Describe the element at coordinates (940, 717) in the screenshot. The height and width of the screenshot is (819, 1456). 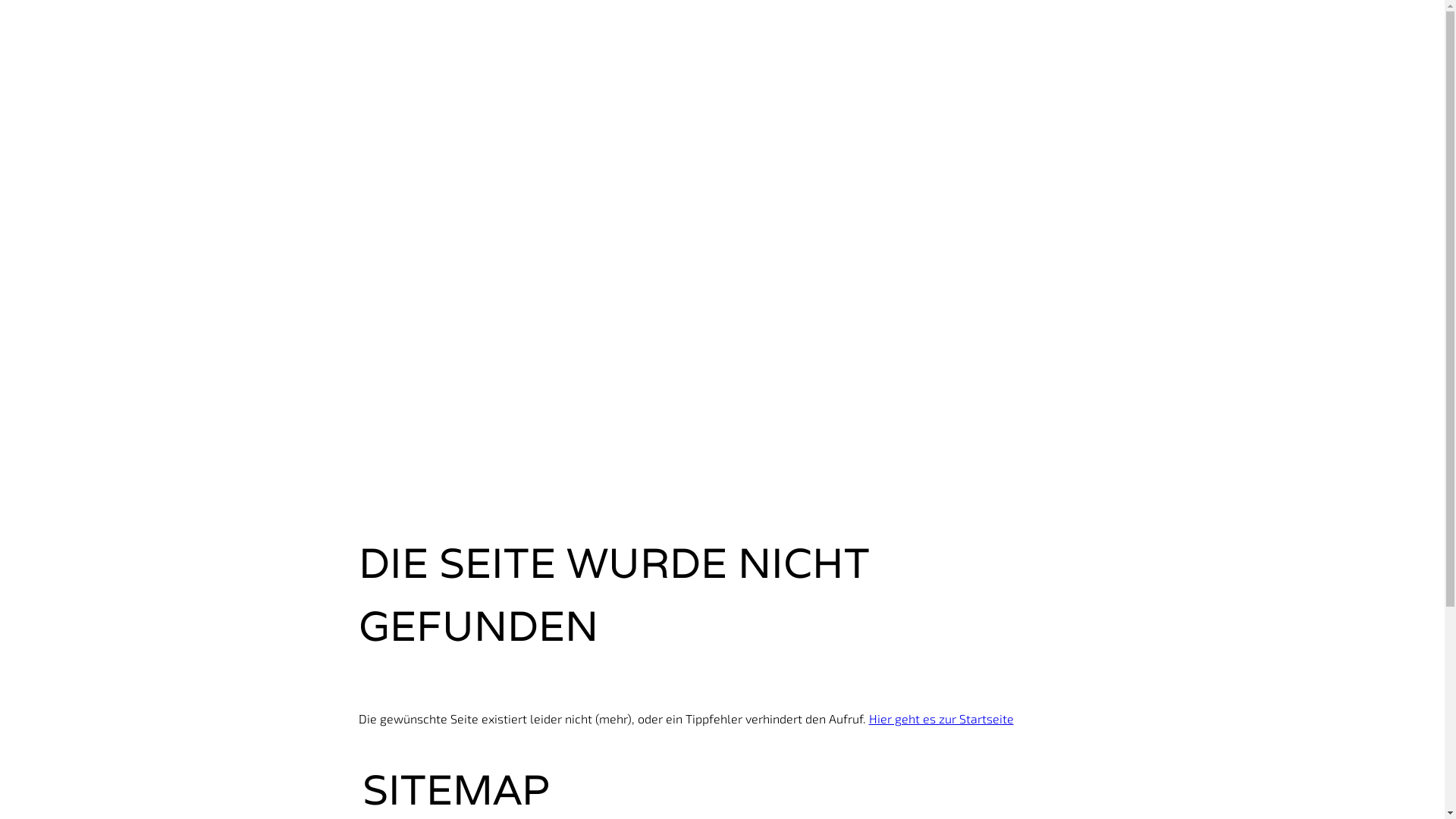
I see `'Hier geht es zur Startseite'` at that location.